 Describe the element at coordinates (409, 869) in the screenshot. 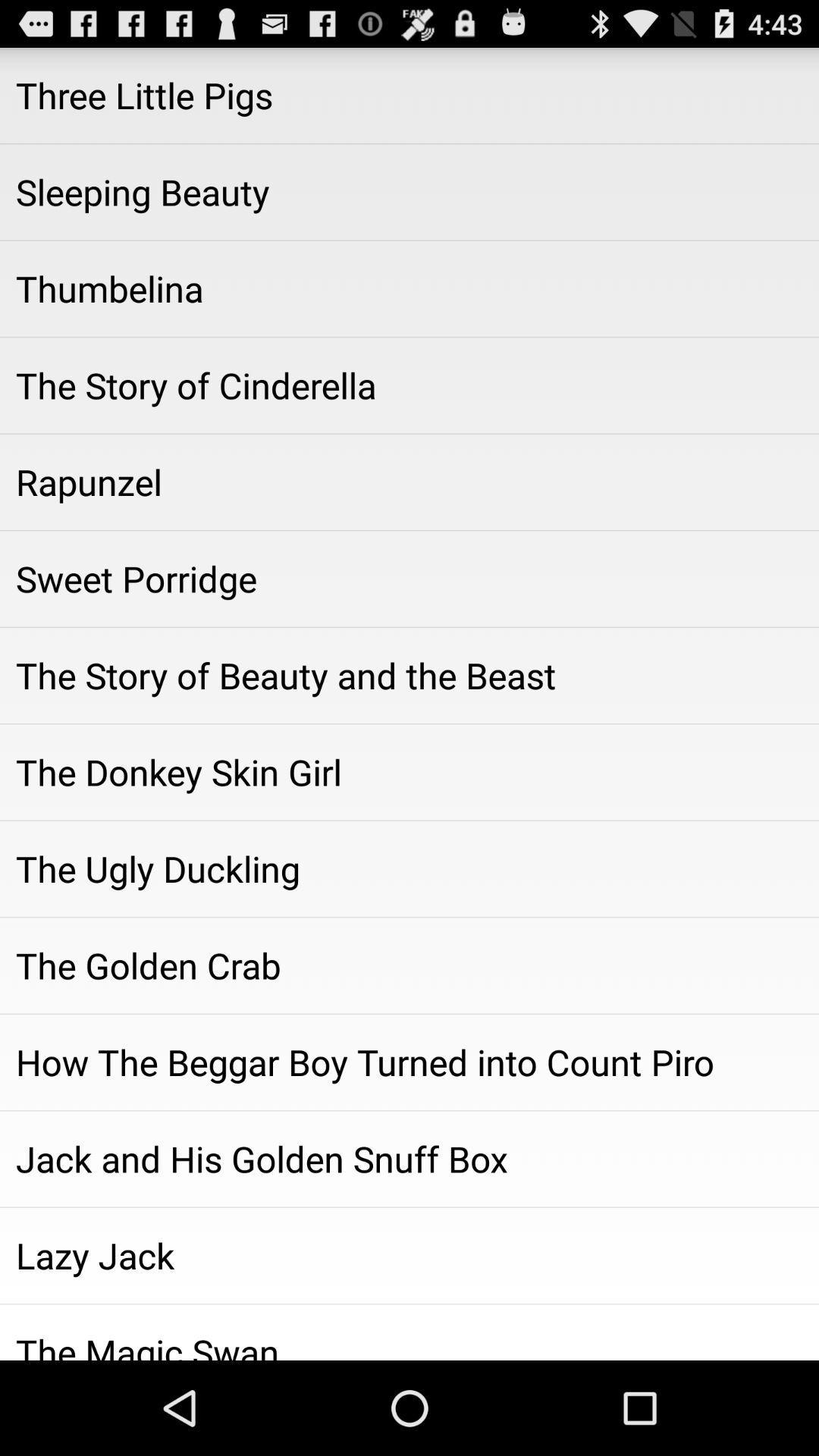

I see `app above the the golden crab app` at that location.